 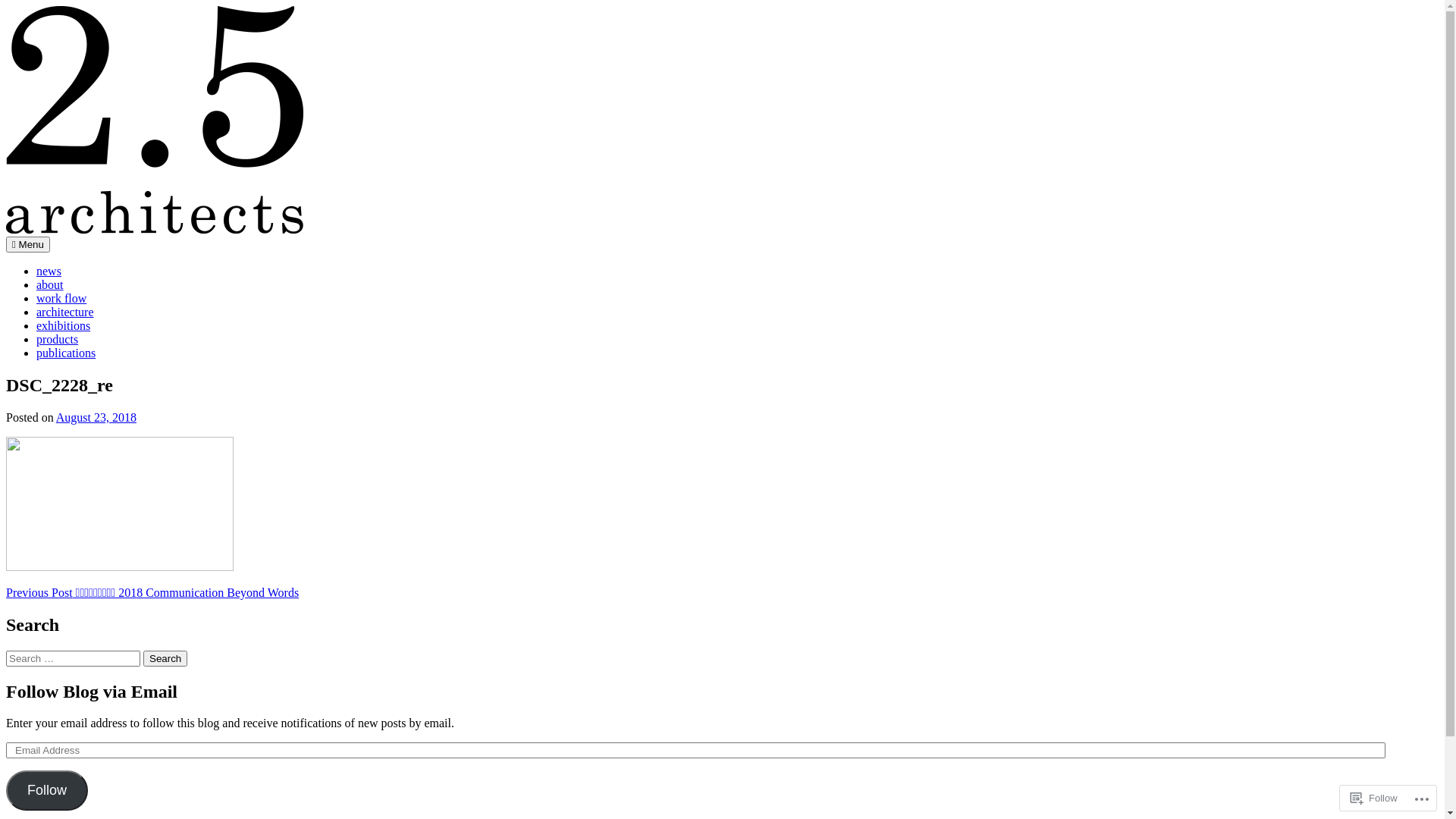 What do you see at coordinates (57, 338) in the screenshot?
I see `'products'` at bounding box center [57, 338].